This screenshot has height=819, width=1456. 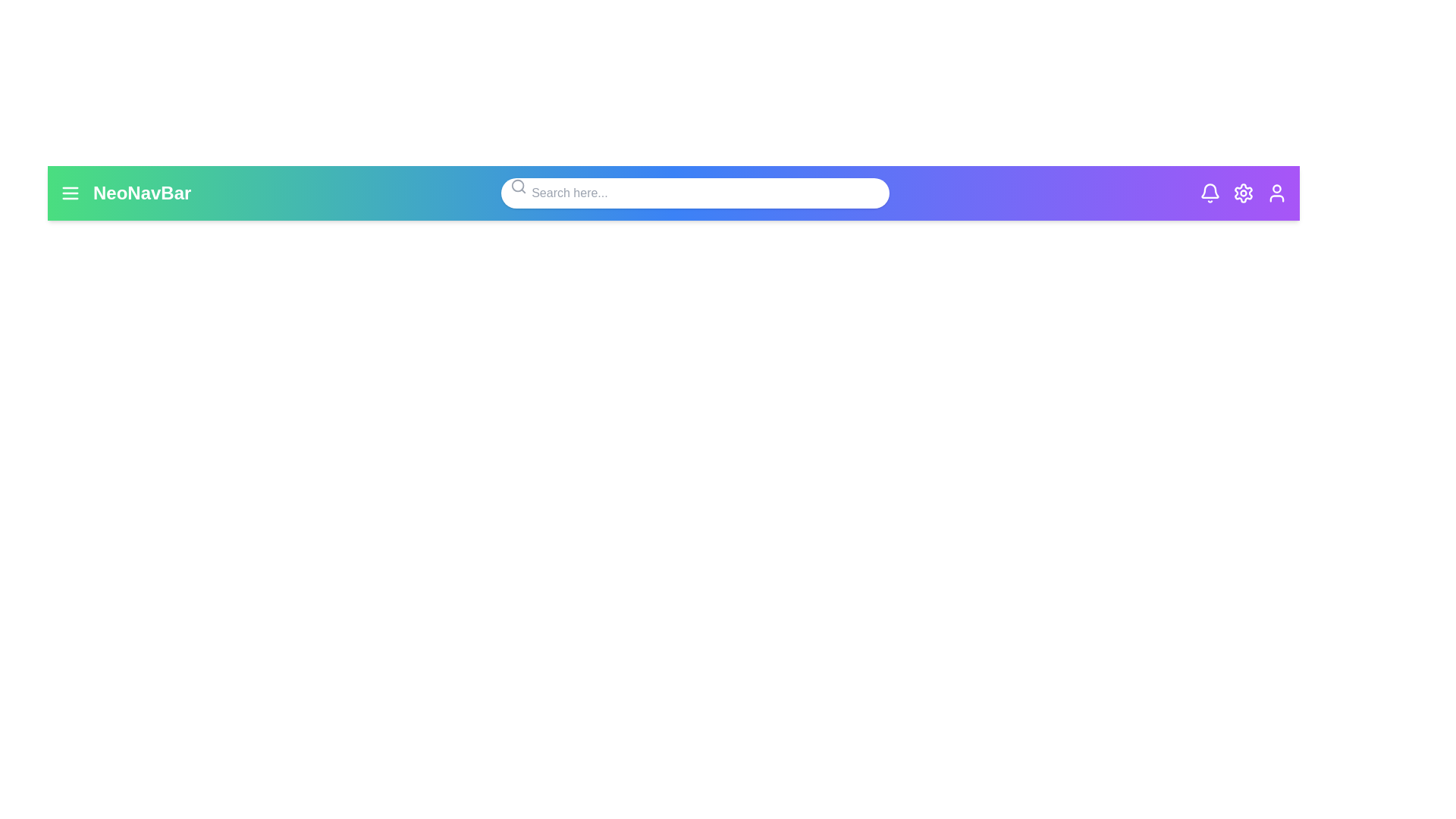 I want to click on the menu icon to toggle the navigation menu, so click(x=69, y=192).